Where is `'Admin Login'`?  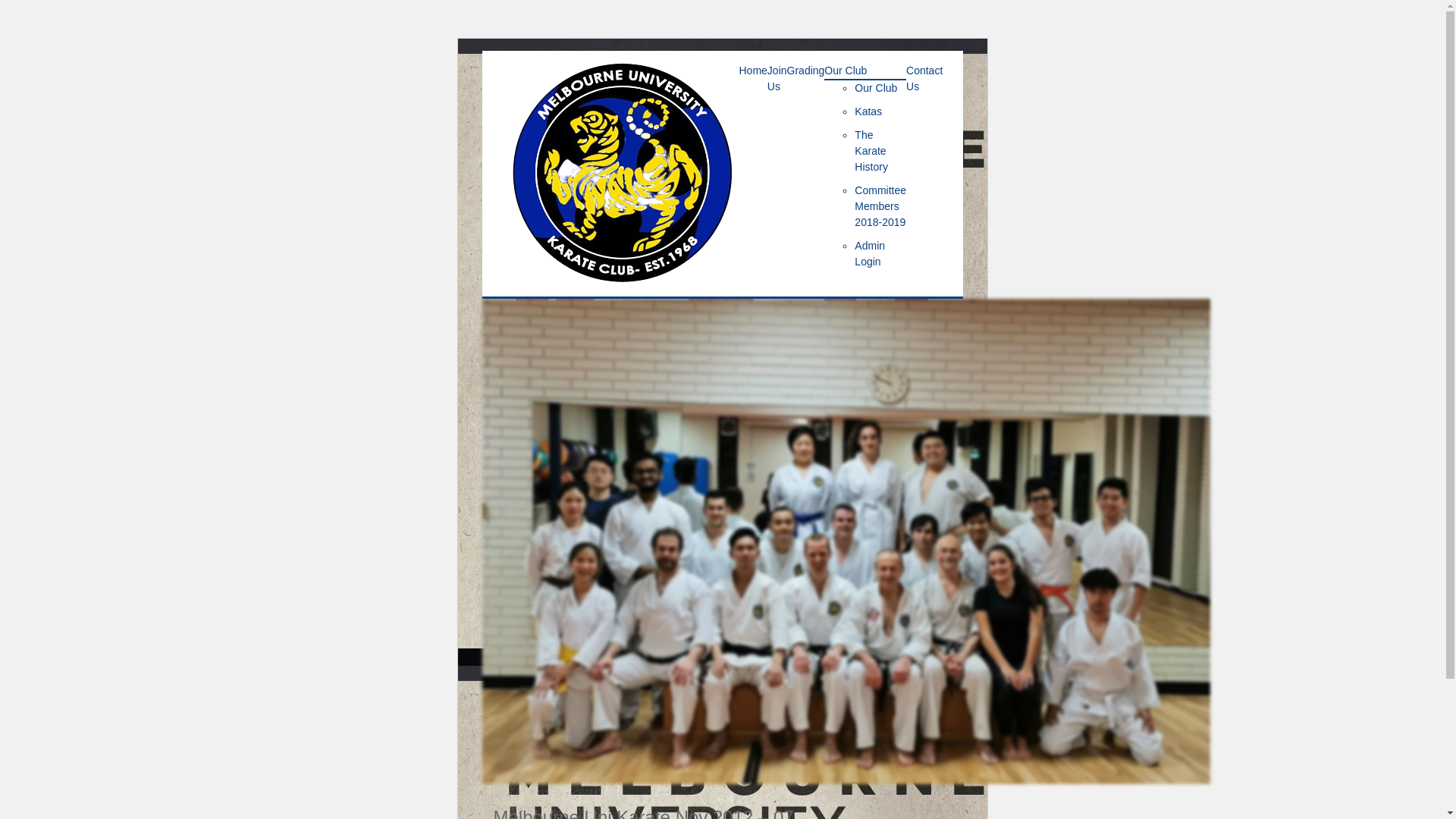 'Admin Login' is located at coordinates (870, 253).